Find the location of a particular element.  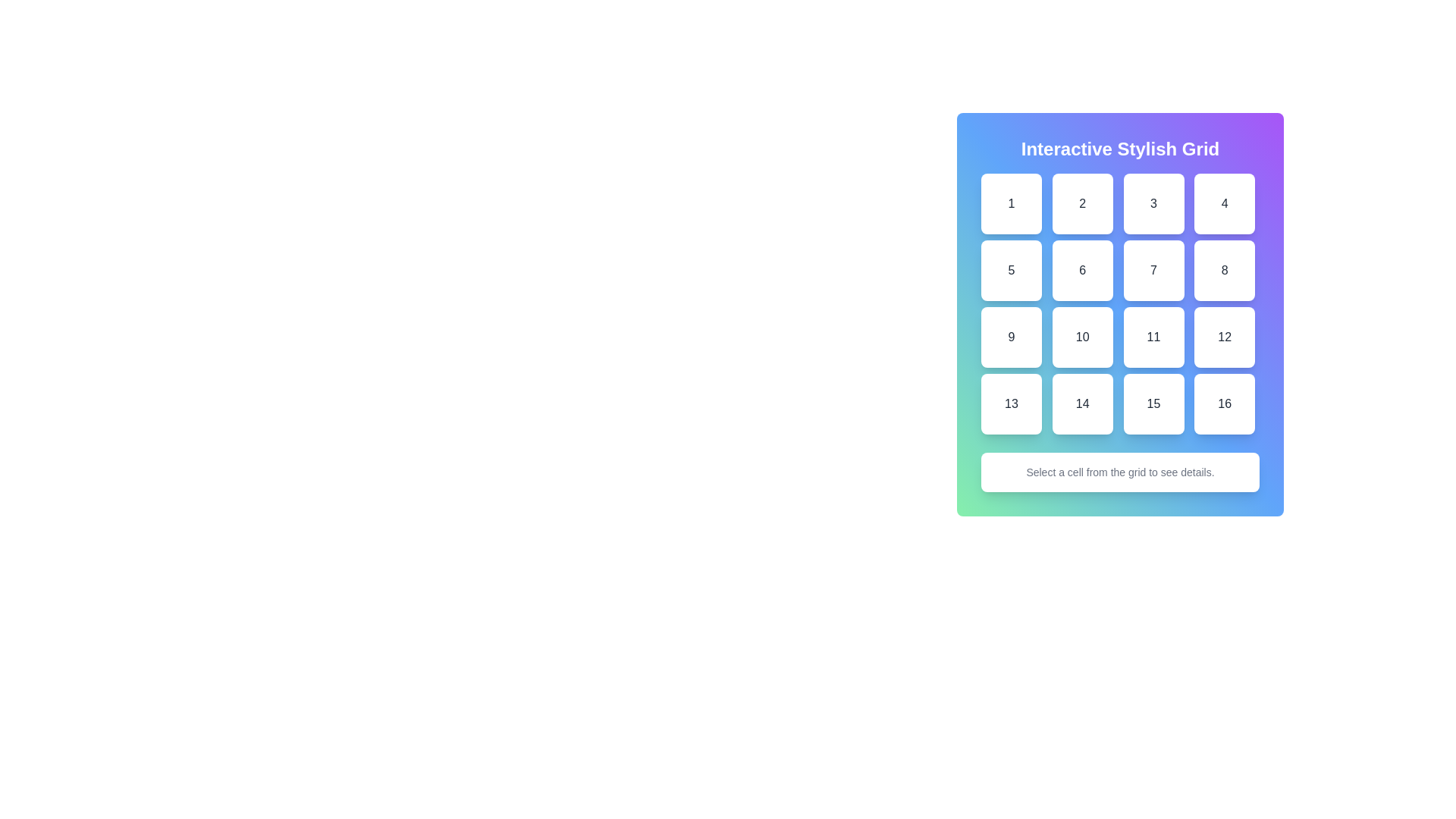

the selectable cell located in the fourth row and second column of the grid is located at coordinates (1081, 403).